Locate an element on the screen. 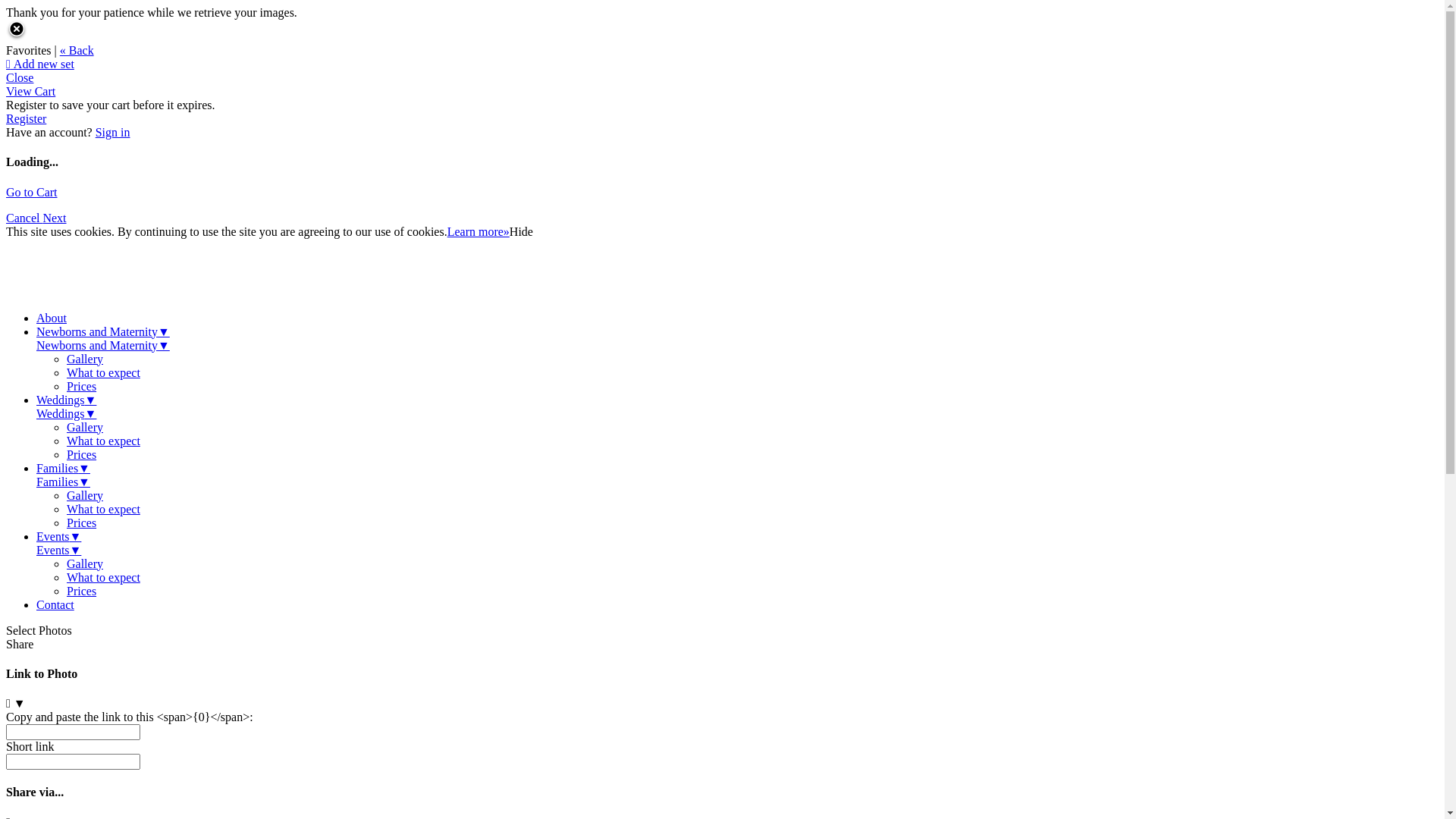 The height and width of the screenshot is (819, 1456). 'Next' is located at coordinates (54, 218).